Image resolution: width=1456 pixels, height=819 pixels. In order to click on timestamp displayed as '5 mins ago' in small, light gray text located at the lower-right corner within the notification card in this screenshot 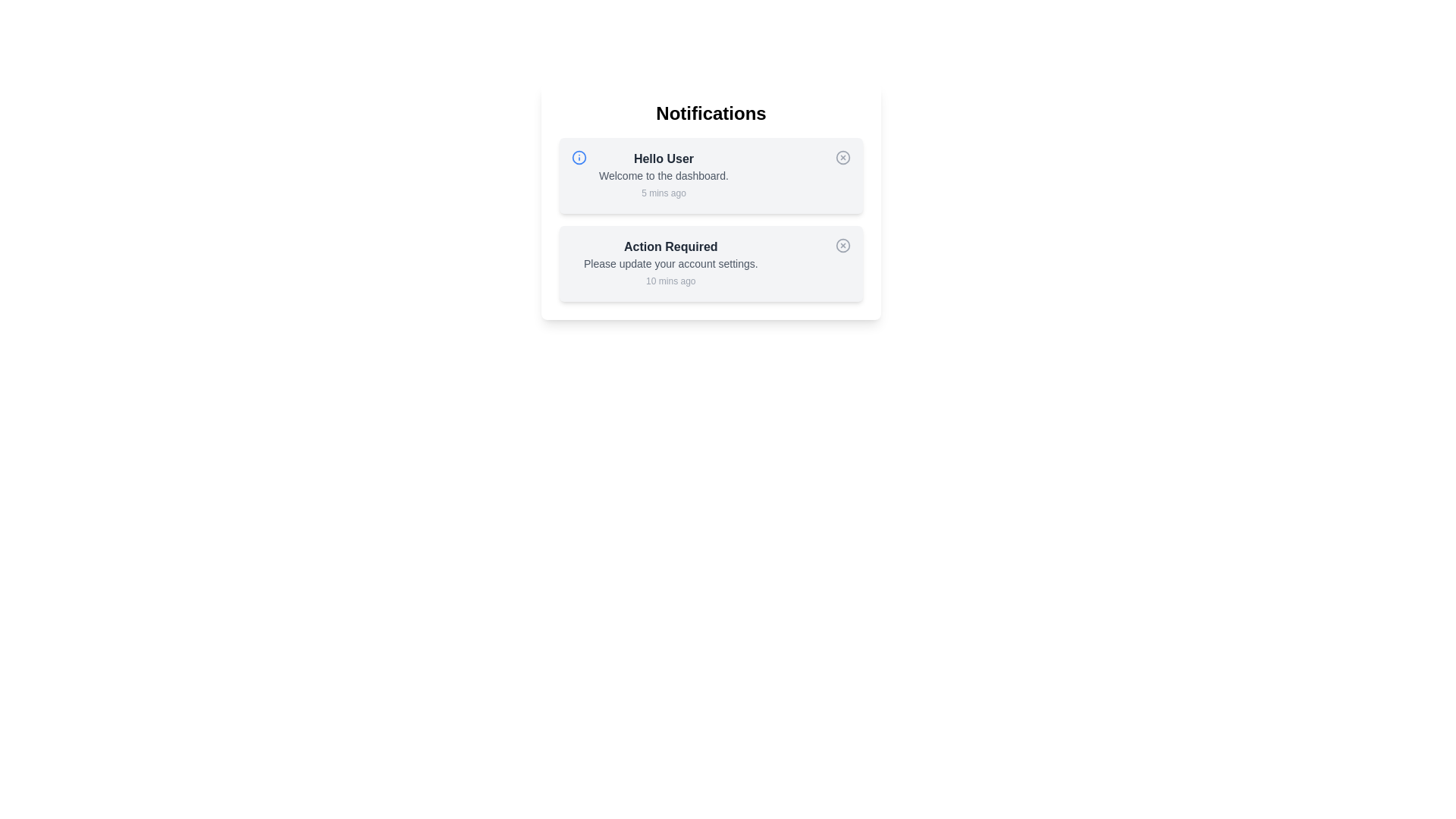, I will do `click(664, 192)`.